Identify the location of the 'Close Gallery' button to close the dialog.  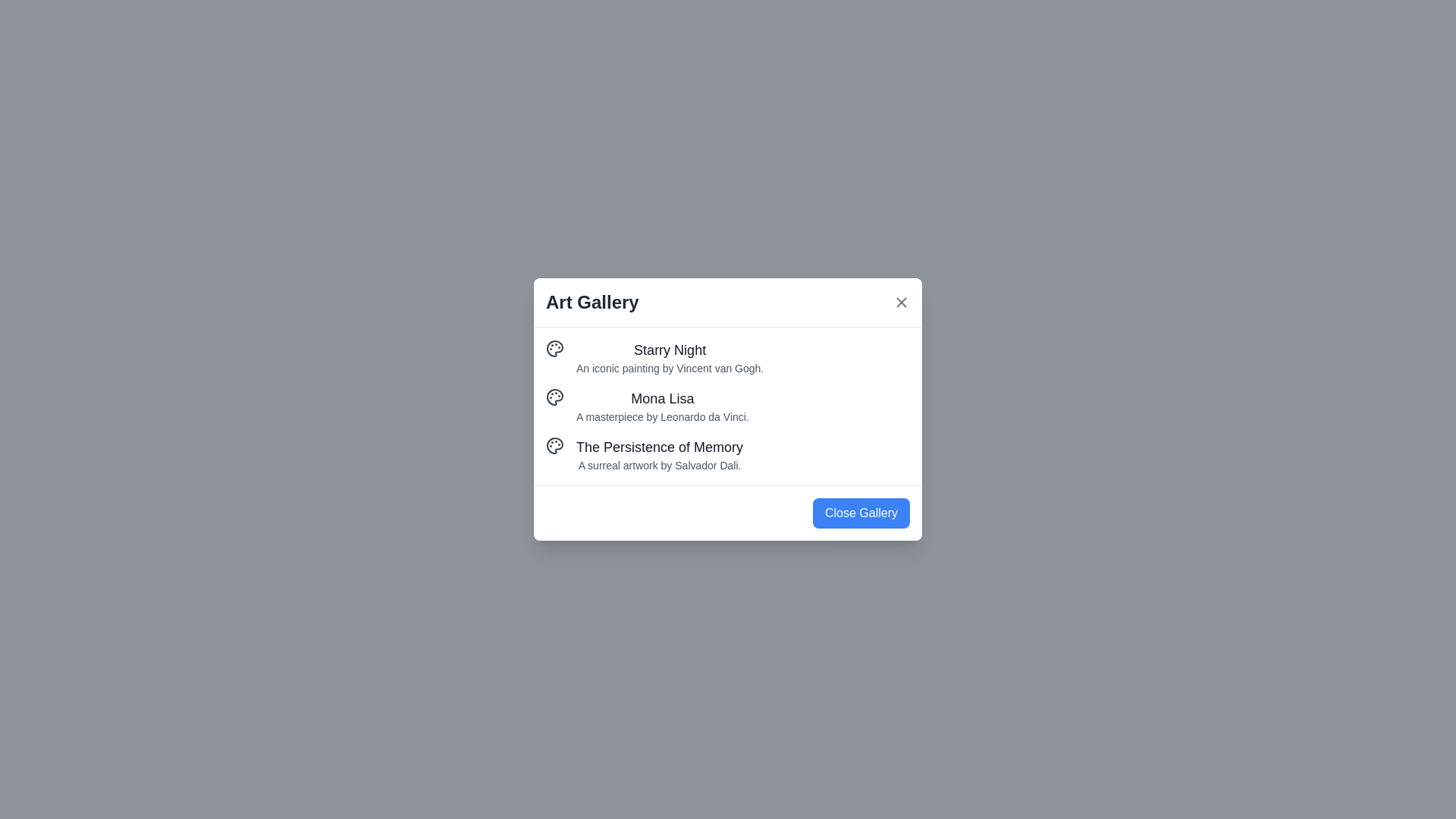
(861, 513).